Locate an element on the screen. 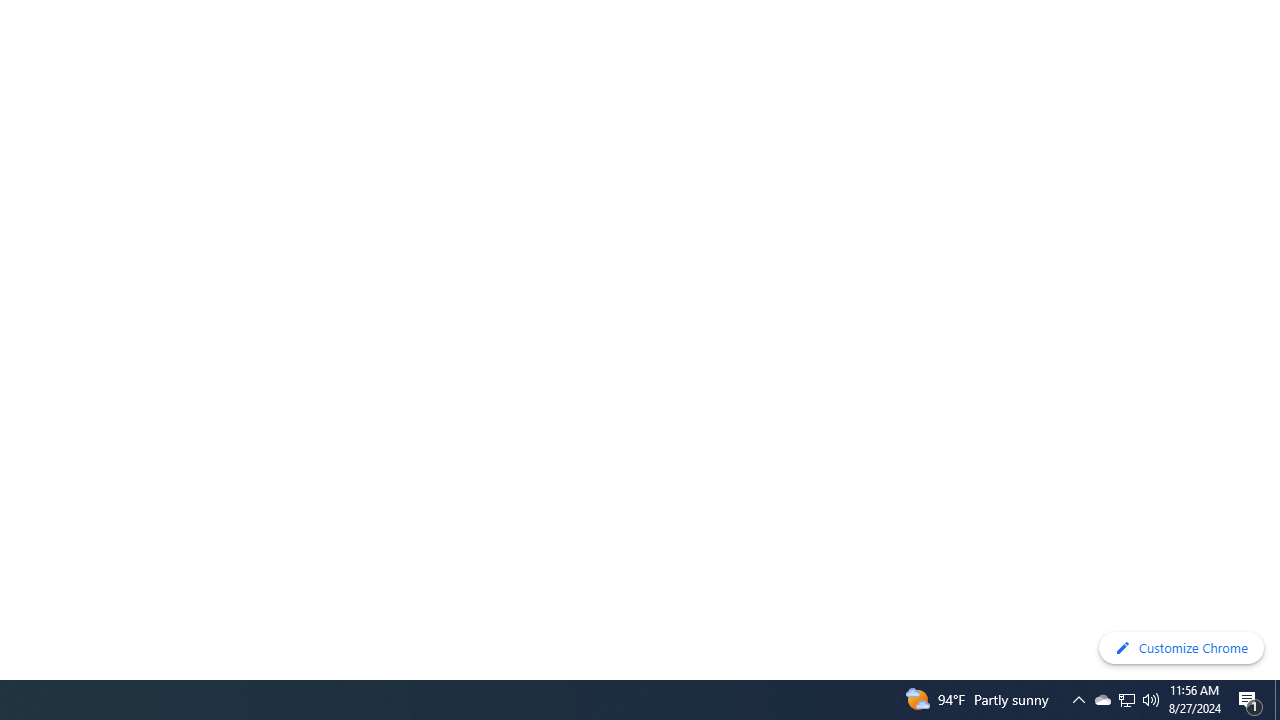 This screenshot has width=1280, height=720. 'Customize Chrome' is located at coordinates (1181, 648).